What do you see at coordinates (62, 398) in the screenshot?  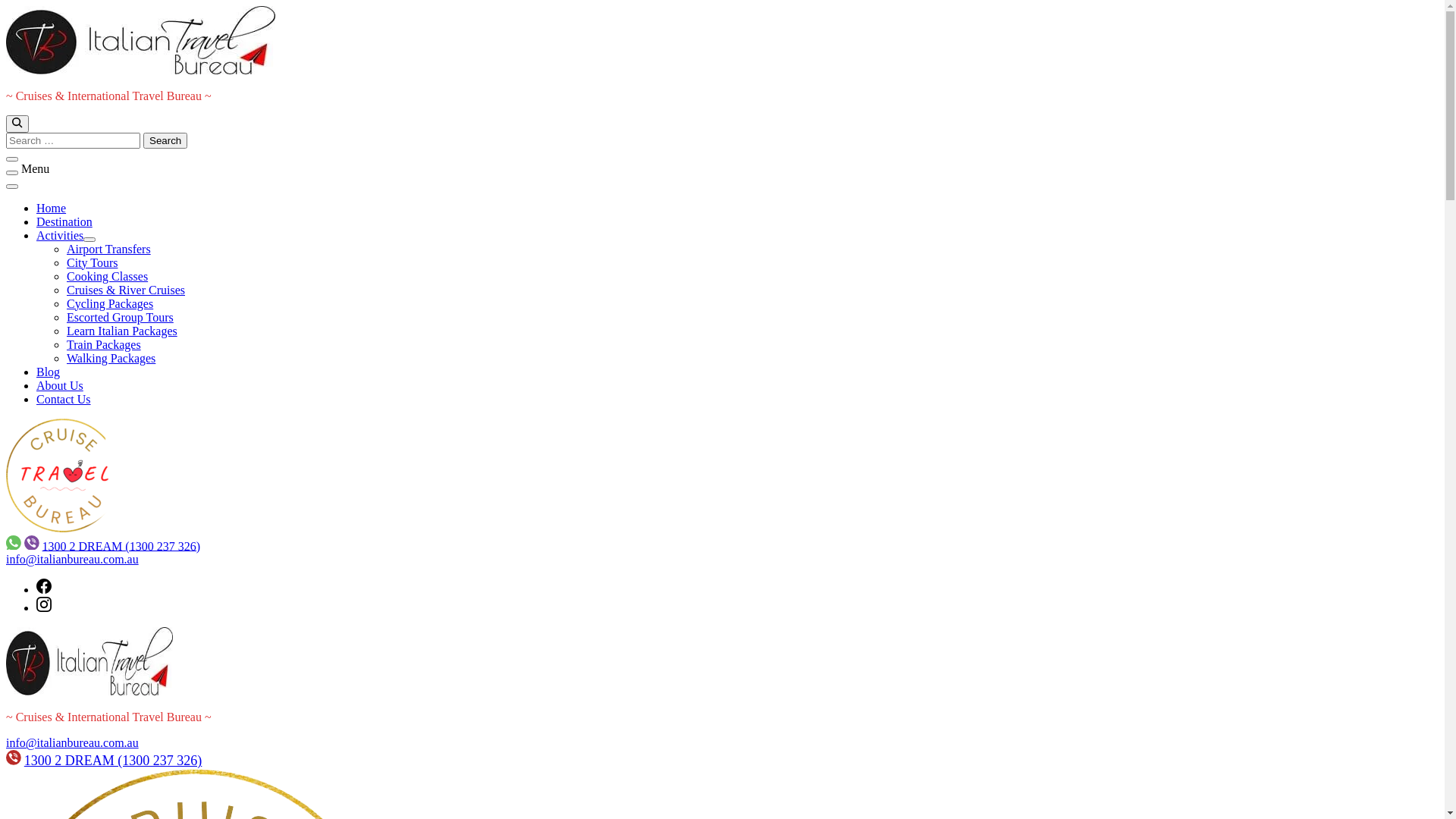 I see `'Contact Us'` at bounding box center [62, 398].